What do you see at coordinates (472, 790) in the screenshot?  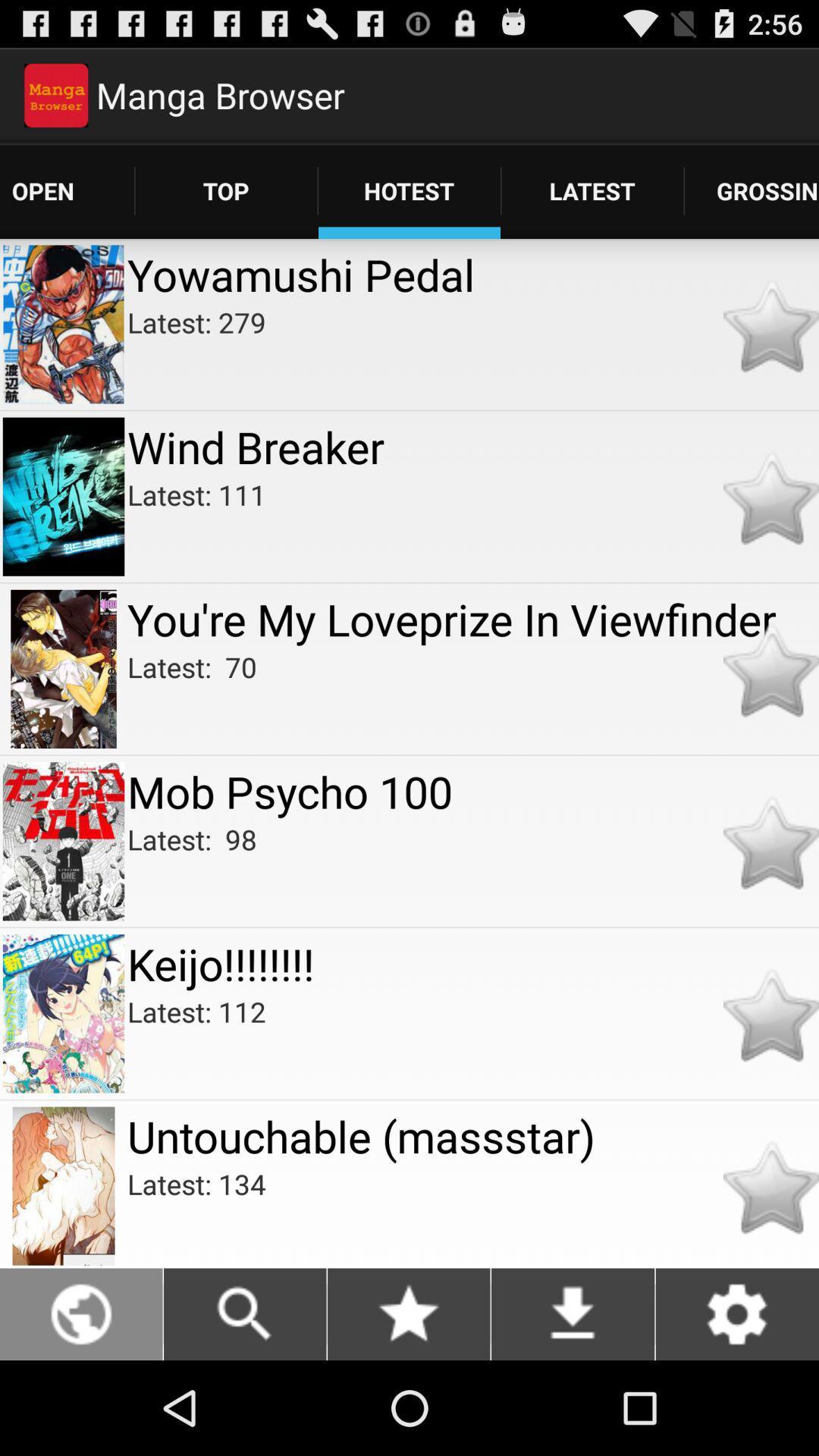 I see `the icon above latest:  98 app` at bounding box center [472, 790].